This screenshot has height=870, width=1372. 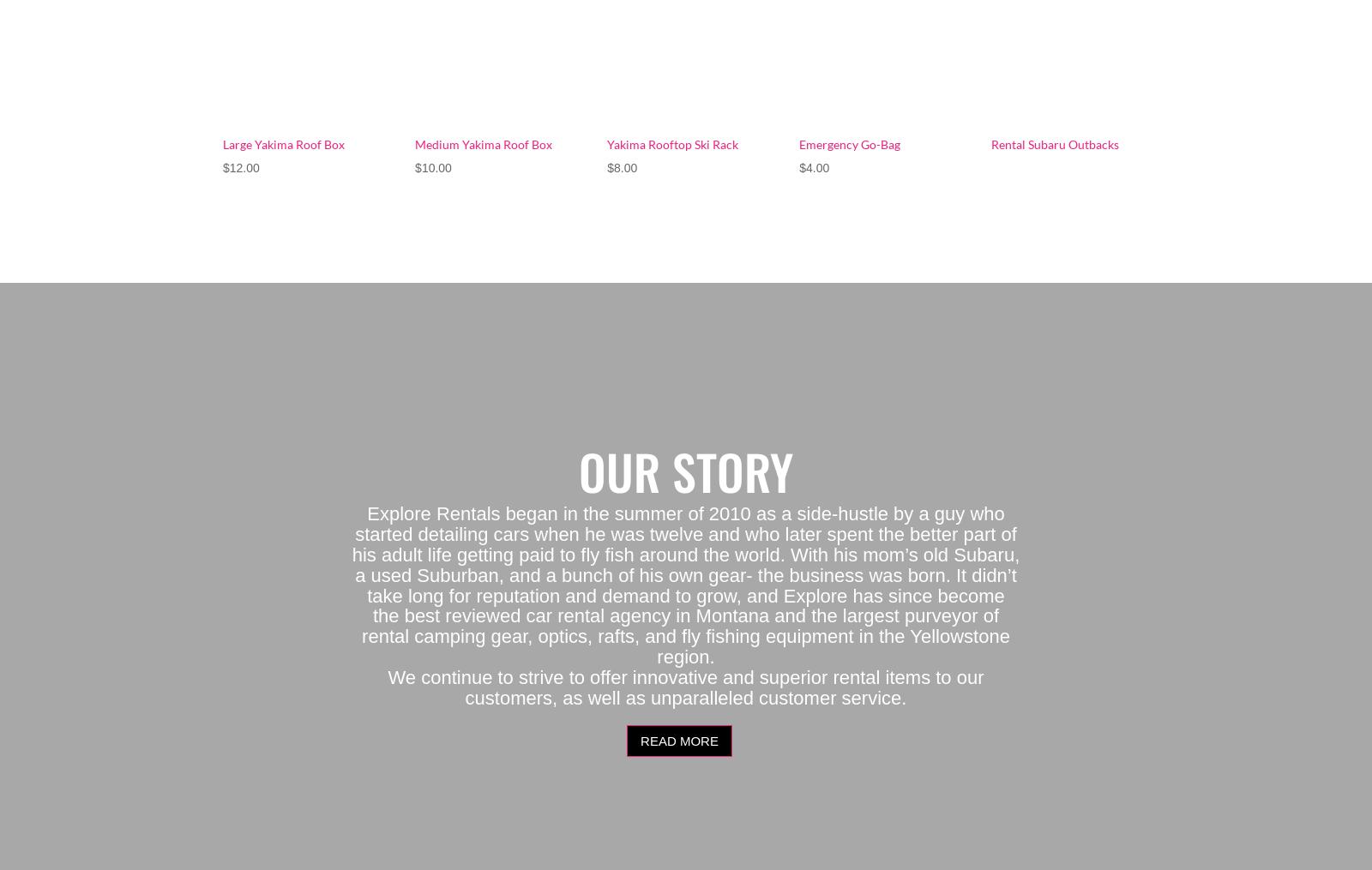 What do you see at coordinates (849, 142) in the screenshot?
I see `'Emergency Go-Bag'` at bounding box center [849, 142].